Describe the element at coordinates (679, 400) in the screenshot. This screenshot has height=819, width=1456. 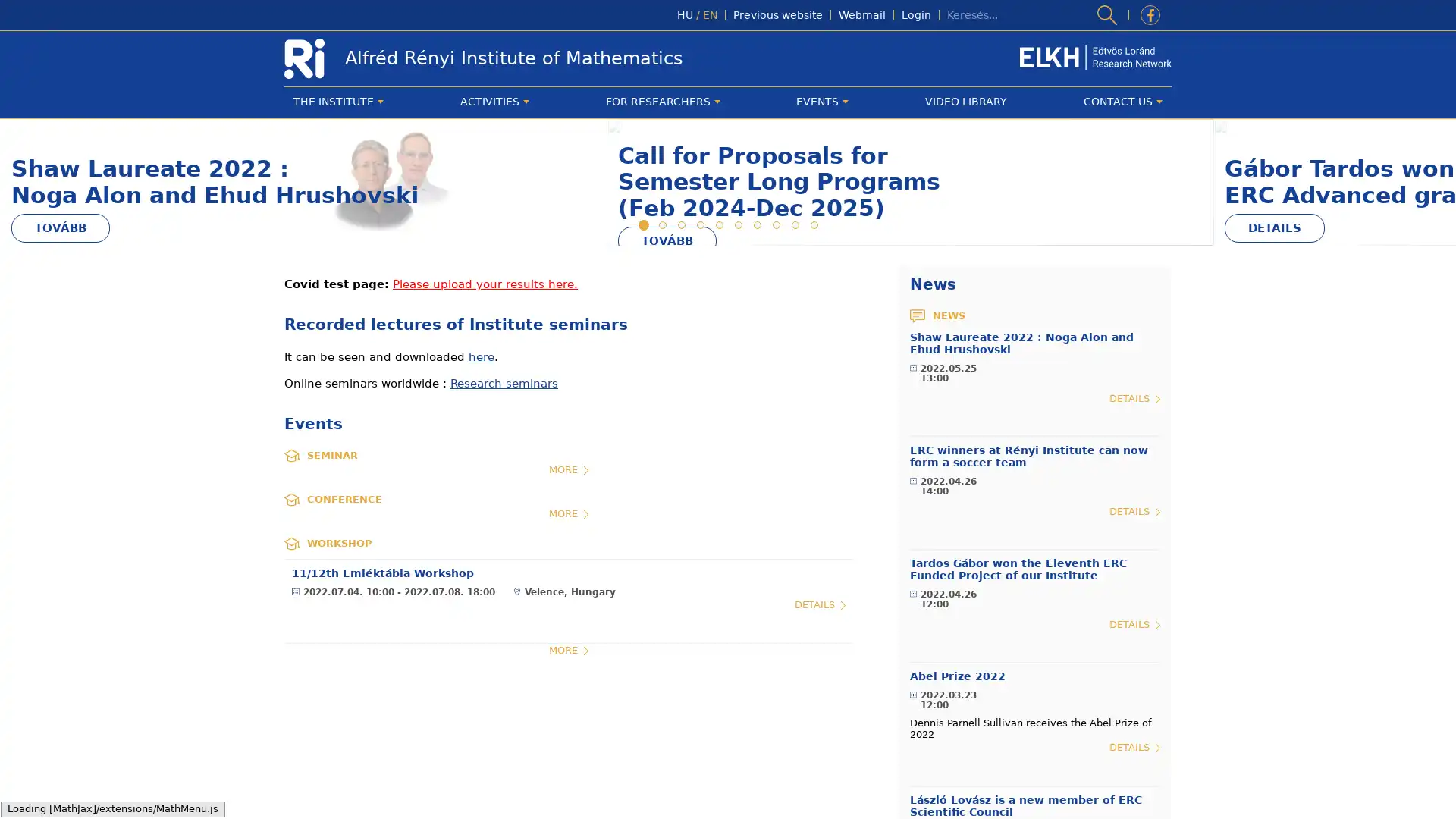
I see `3` at that location.